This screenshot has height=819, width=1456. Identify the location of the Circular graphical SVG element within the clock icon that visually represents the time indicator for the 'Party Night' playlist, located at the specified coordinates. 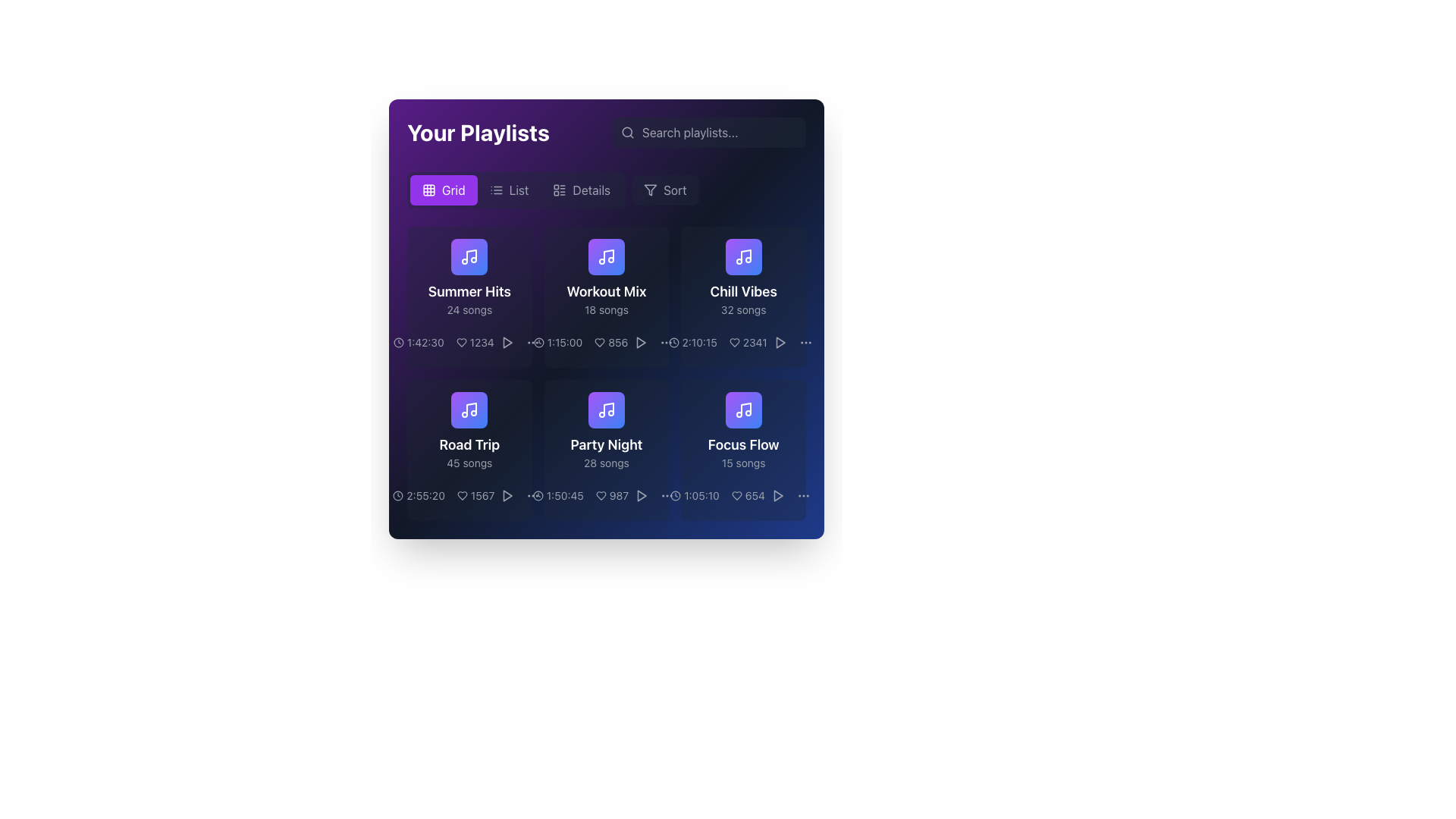
(538, 496).